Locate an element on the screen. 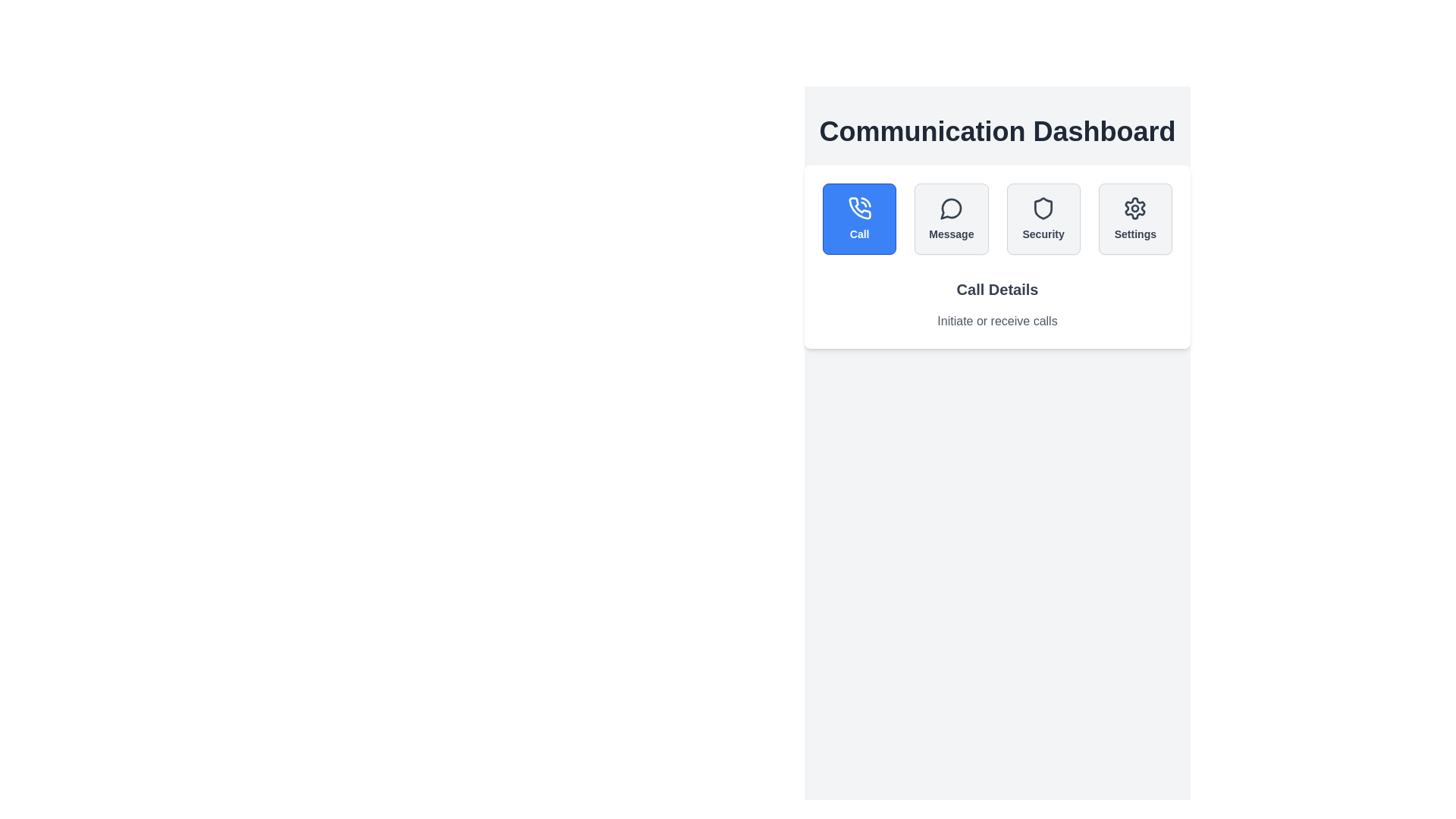 This screenshot has height=819, width=1456. the stylized shield icon, which is the third icon from the left in a group of four icons below the 'Communication Dashboard' heading is located at coordinates (1043, 208).